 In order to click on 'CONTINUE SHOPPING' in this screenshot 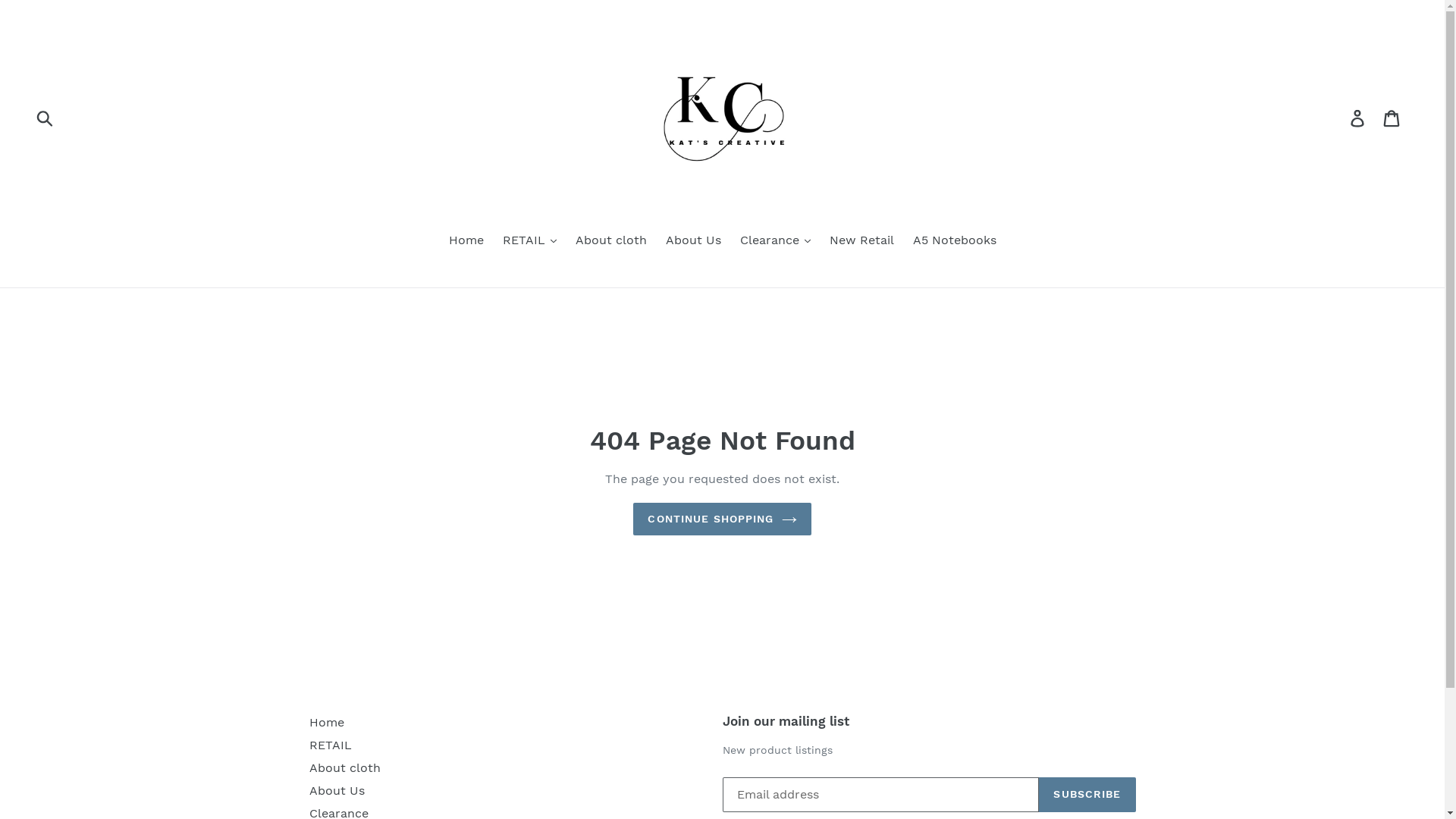, I will do `click(633, 518)`.